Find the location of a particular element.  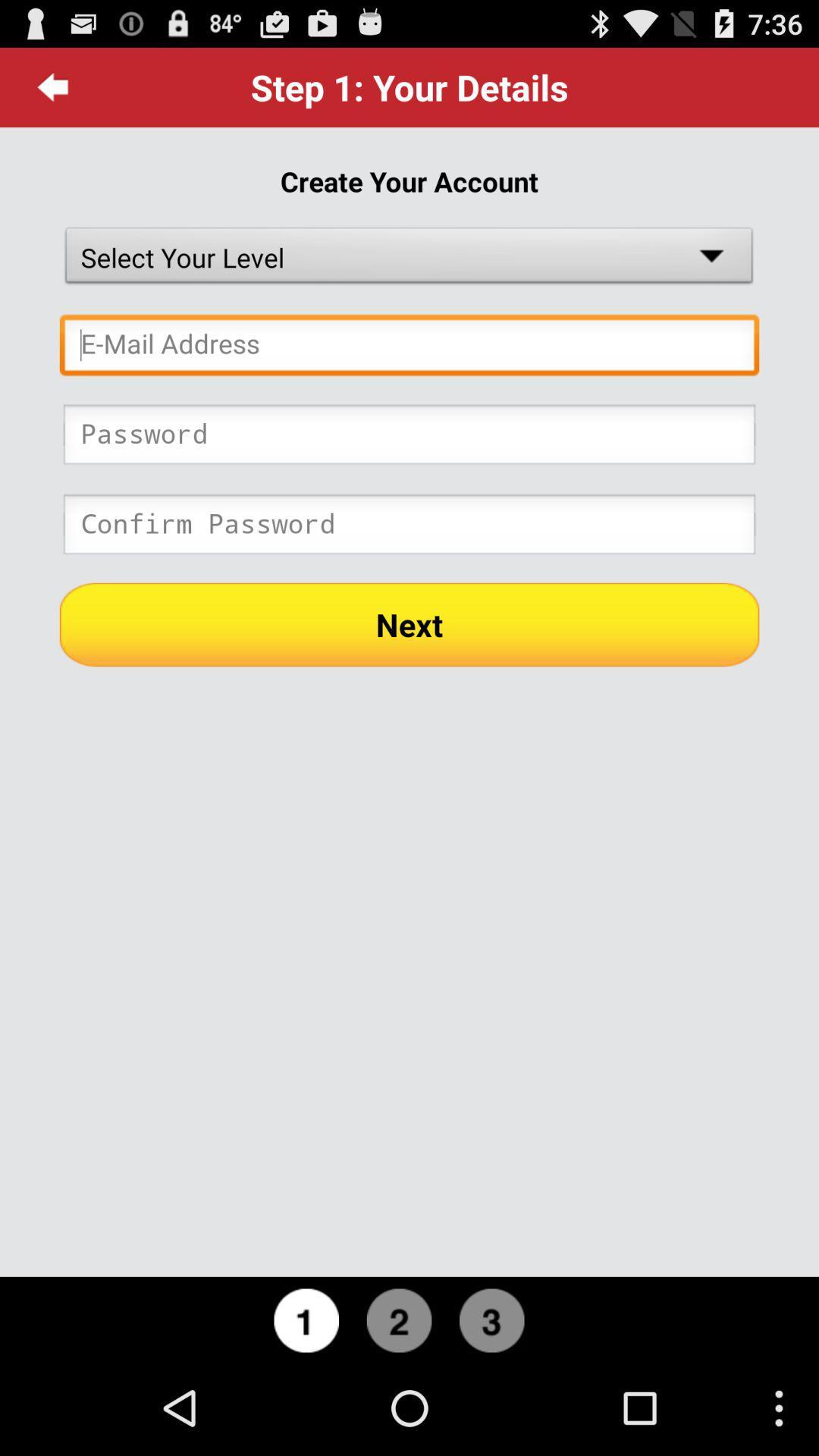

the next icon is located at coordinates (409, 624).